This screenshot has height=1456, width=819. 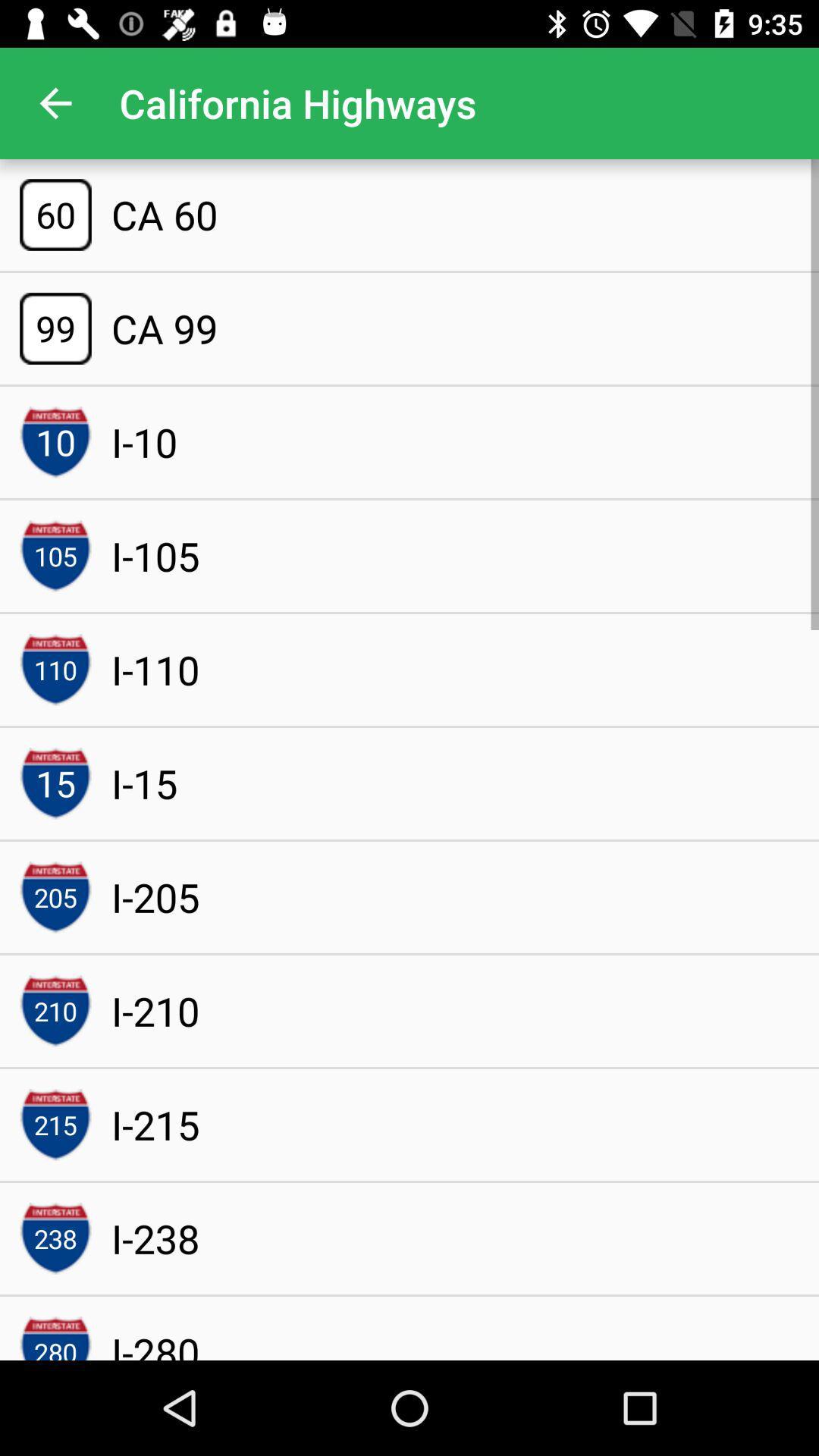 I want to click on icon below i-10 item, so click(x=155, y=555).